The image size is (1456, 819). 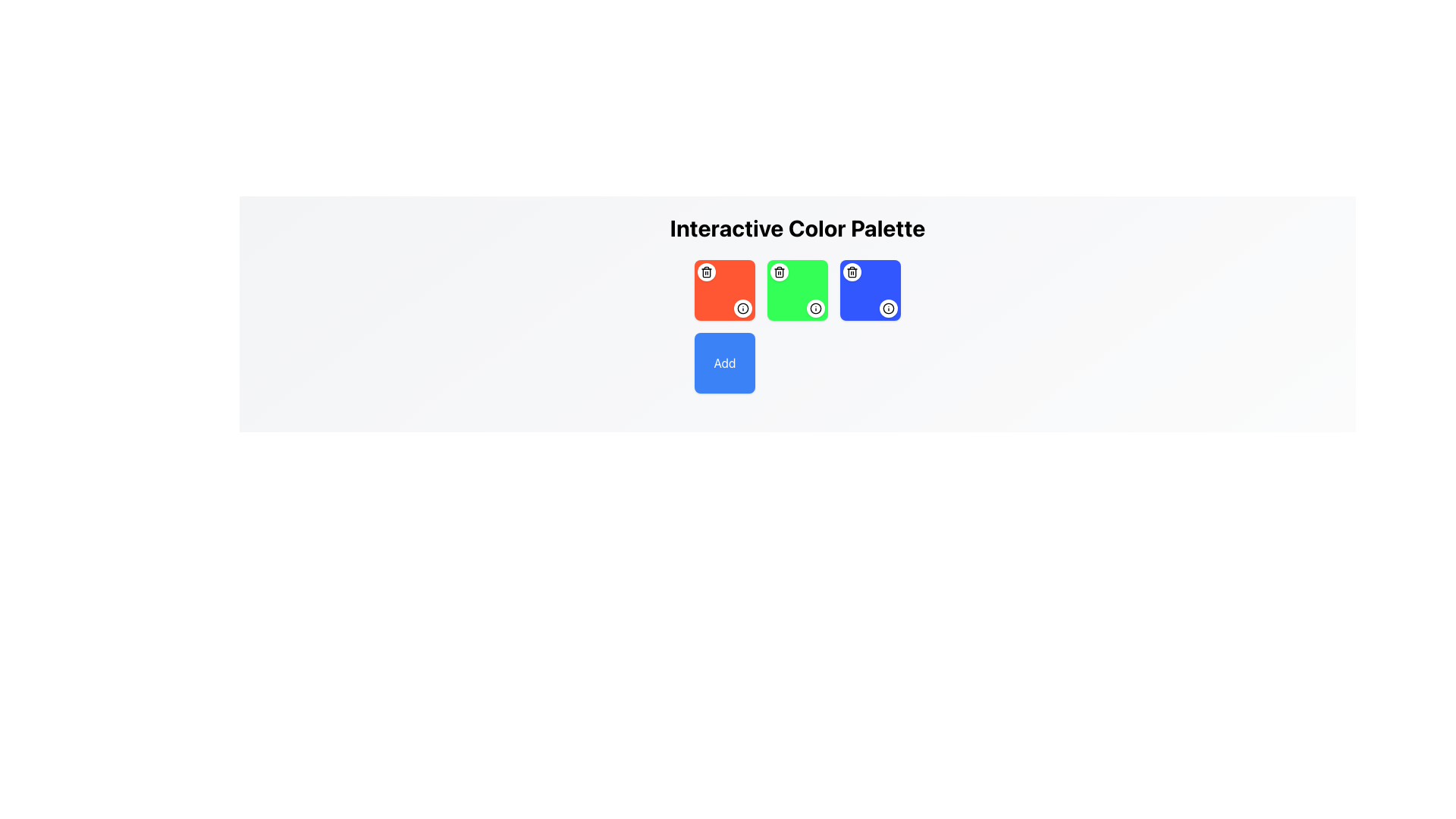 I want to click on the information icon, which is a circular icon with a stylized lowercase 'i' inside a white circular background, located at the bottom-right corner of a blue rectangle in the third column of a grid of colored squares, so click(x=888, y=308).